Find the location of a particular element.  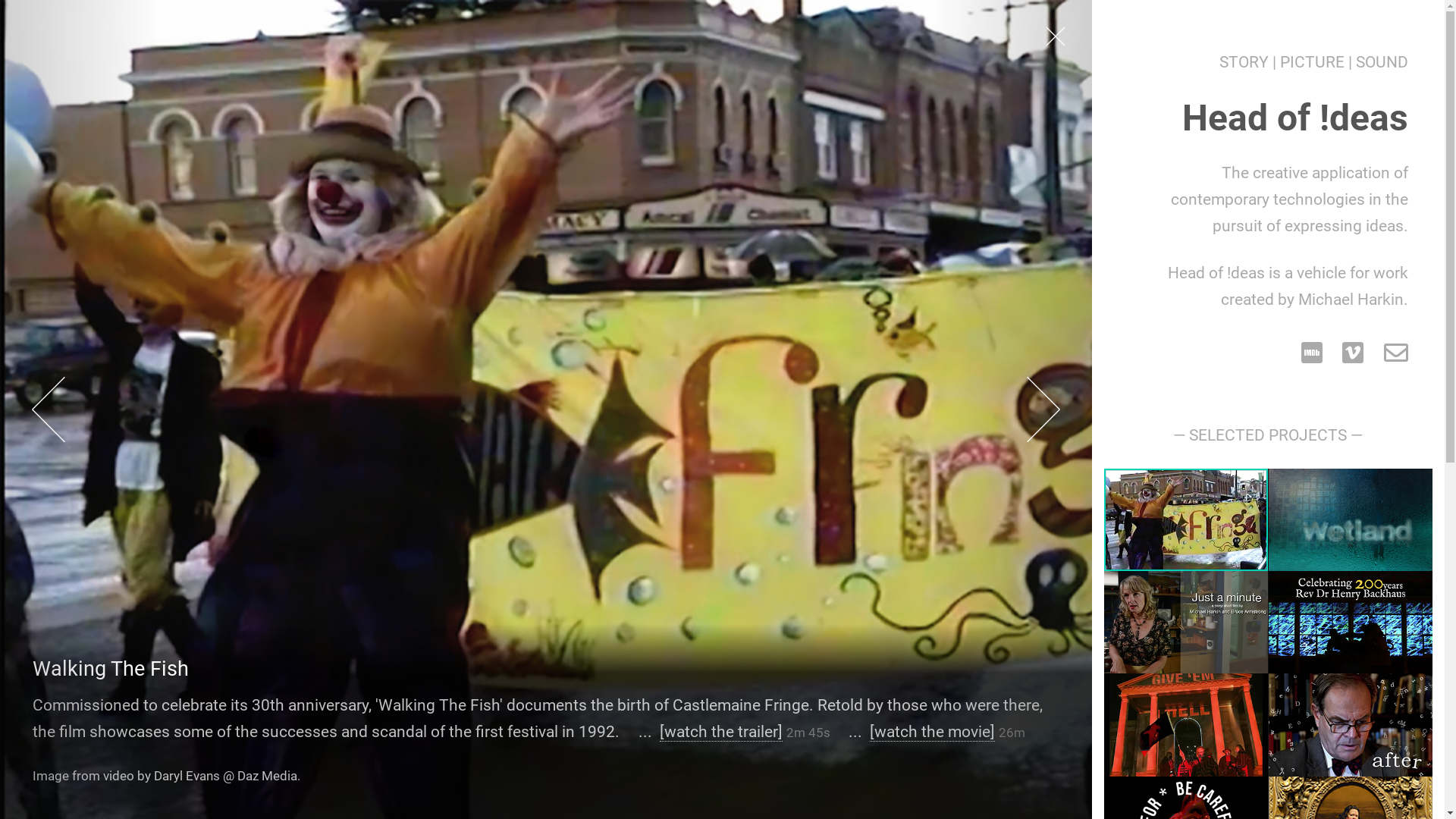

'[watch the trailer]' is located at coordinates (720, 730).